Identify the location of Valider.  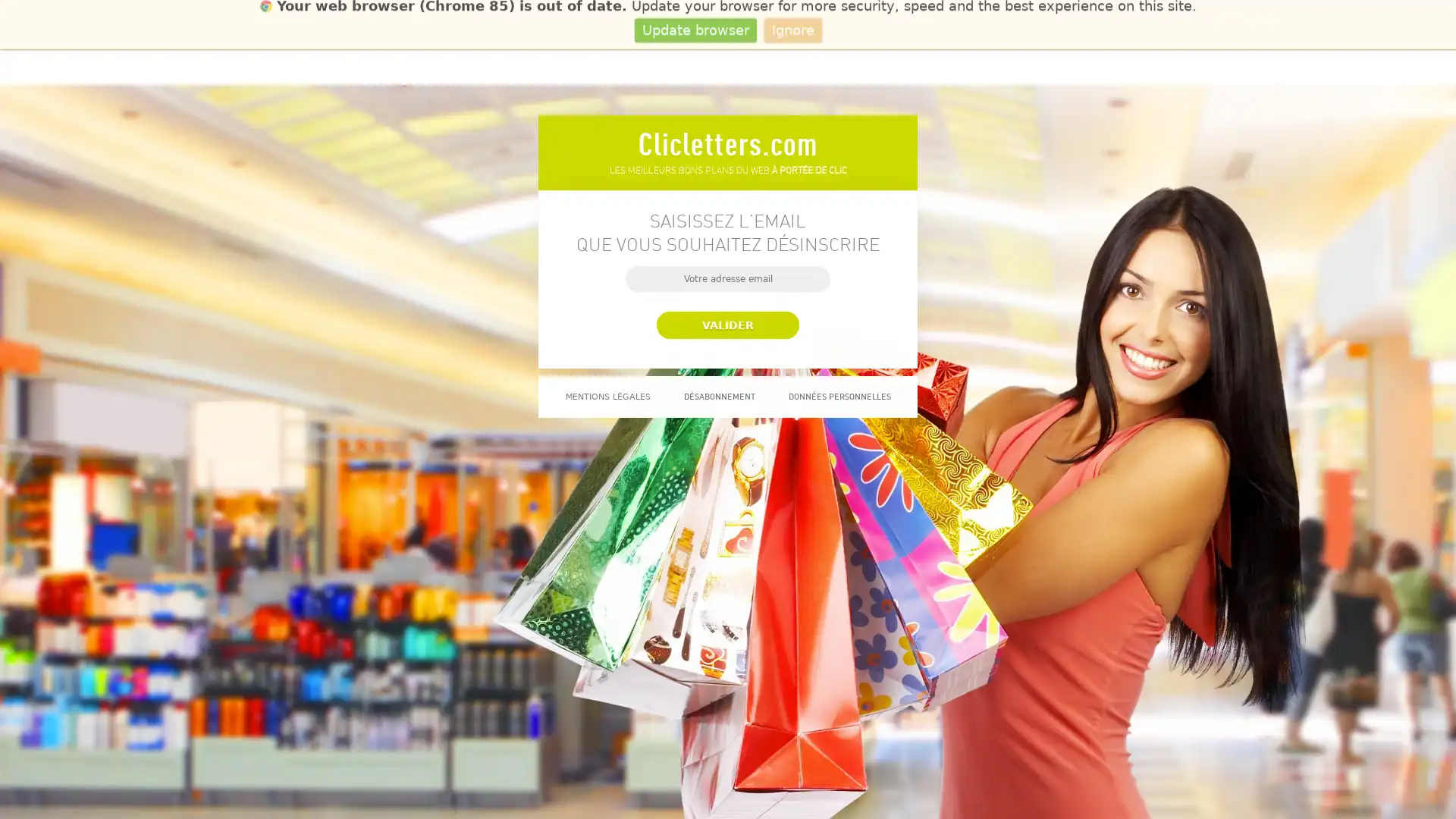
(728, 324).